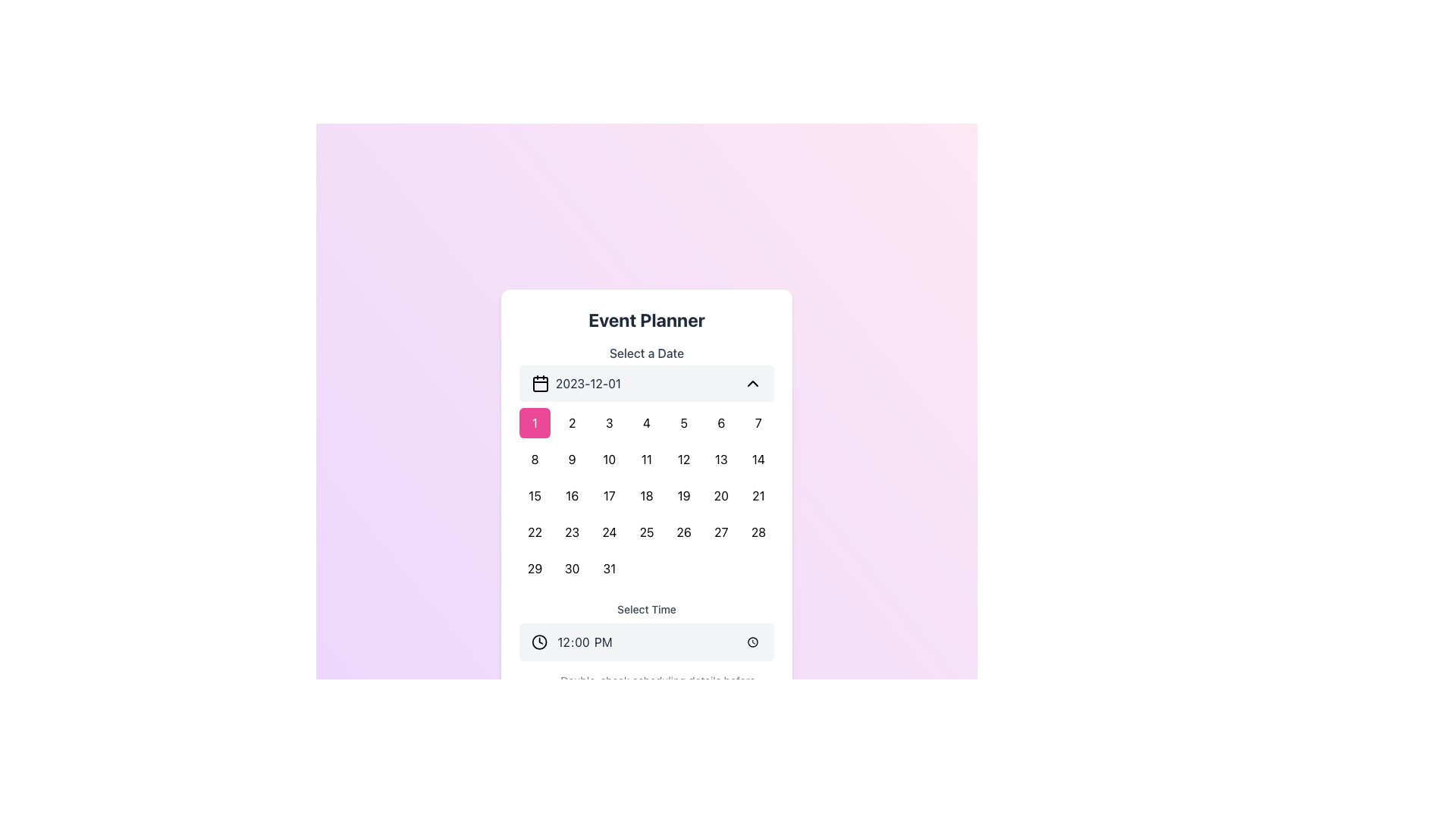 This screenshot has height=819, width=1456. What do you see at coordinates (683, 423) in the screenshot?
I see `the button displaying the number '5'` at bounding box center [683, 423].